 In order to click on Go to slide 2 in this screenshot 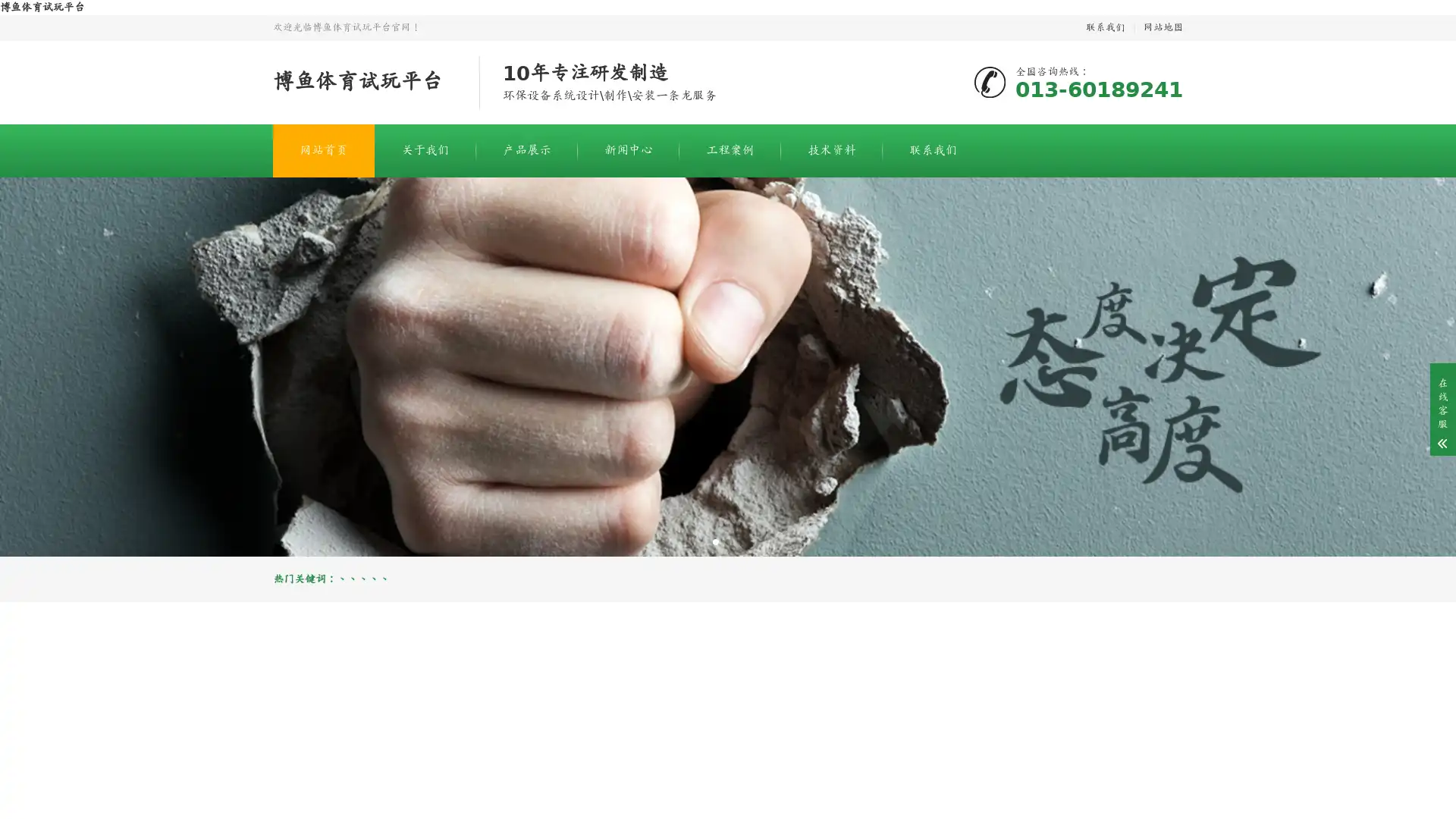, I will do `click(728, 541)`.